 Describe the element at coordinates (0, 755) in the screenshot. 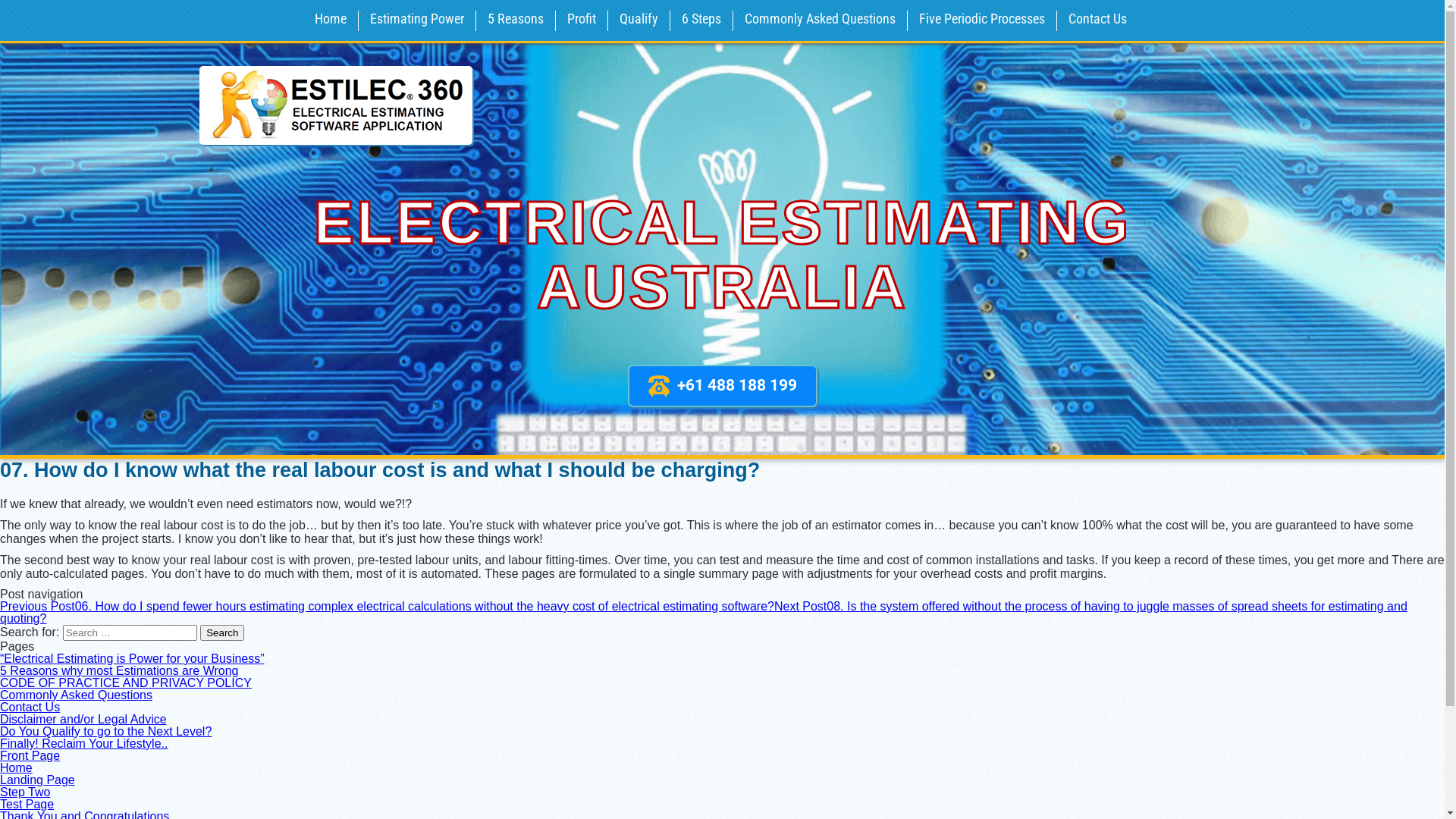

I see `'Front Page'` at that location.